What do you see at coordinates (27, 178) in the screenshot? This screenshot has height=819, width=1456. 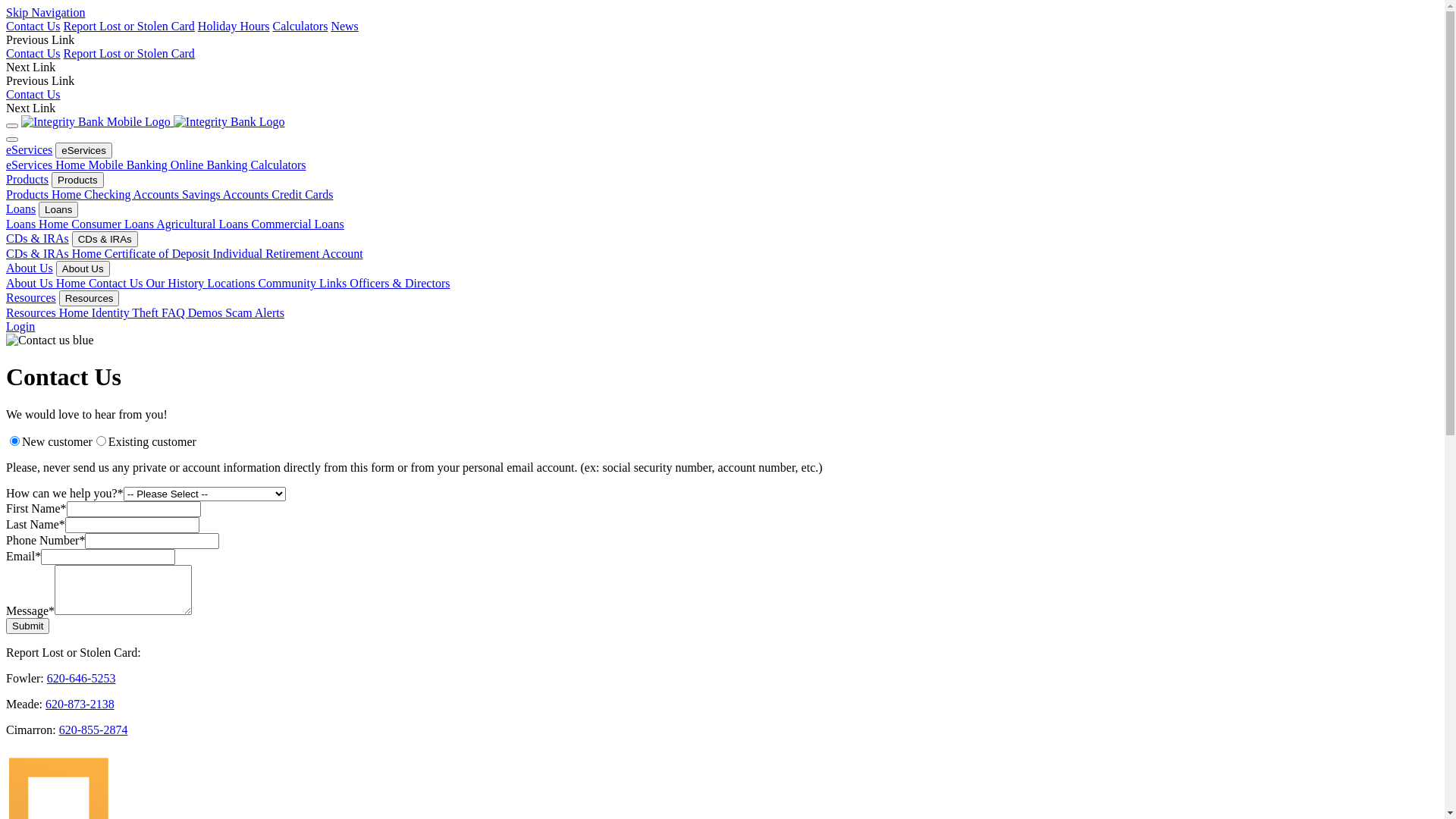 I see `'Products'` at bounding box center [27, 178].